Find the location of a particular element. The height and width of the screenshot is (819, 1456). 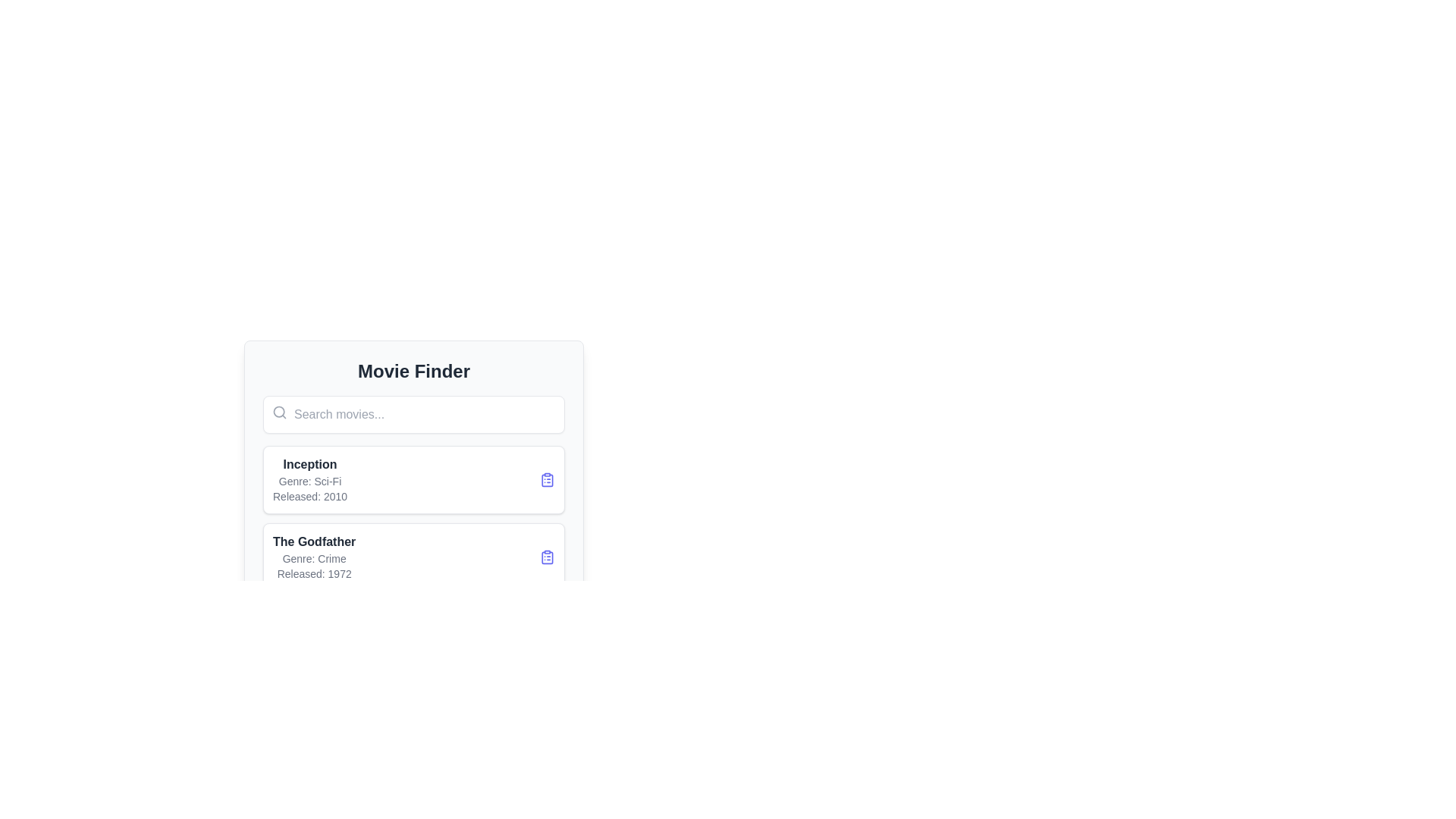

the magnifying glass icon located in the upper left corner of the search input box that indicates the presence of a search feature is located at coordinates (280, 412).